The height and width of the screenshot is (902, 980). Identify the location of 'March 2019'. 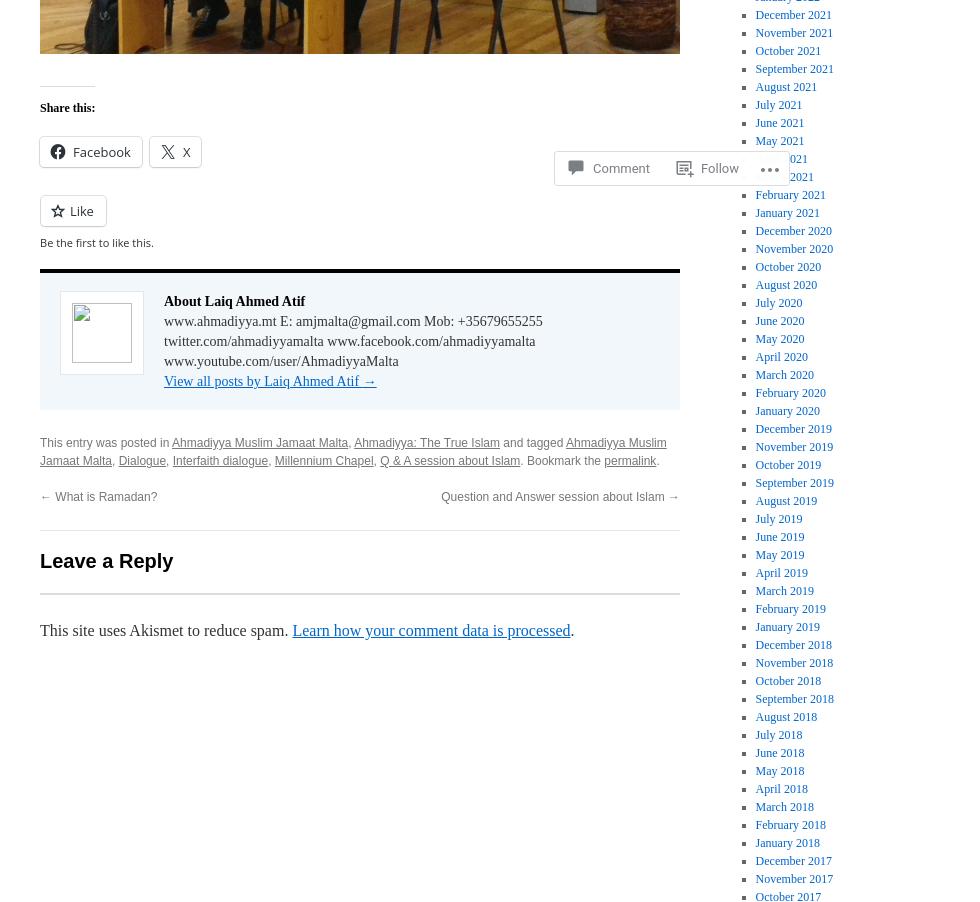
(784, 589).